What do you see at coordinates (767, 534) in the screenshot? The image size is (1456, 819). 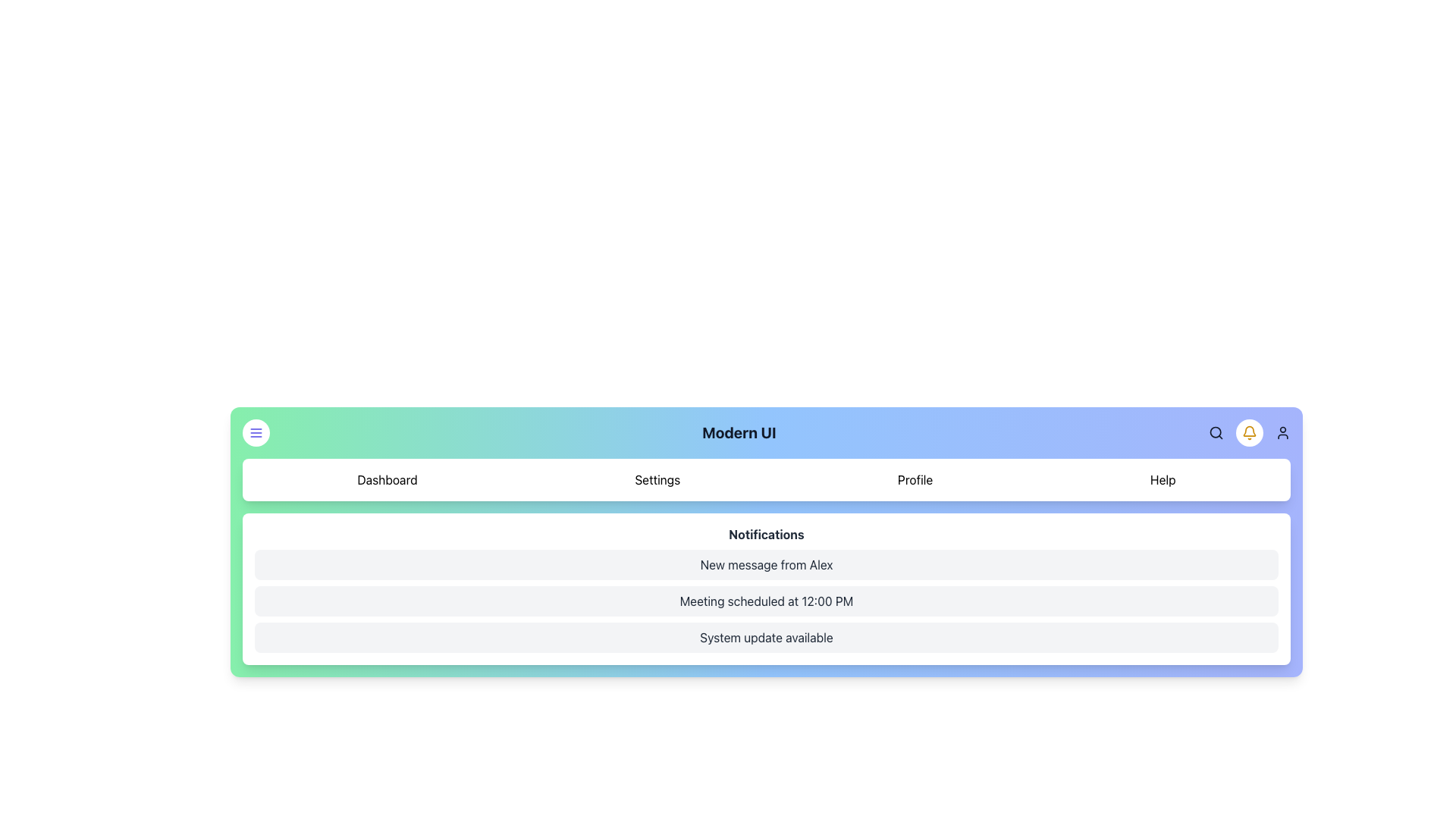 I see `the 'Notifications' text label, which is bold and located at the top of a white box containing a list of items, positioned beneath the header navigation bar` at bounding box center [767, 534].